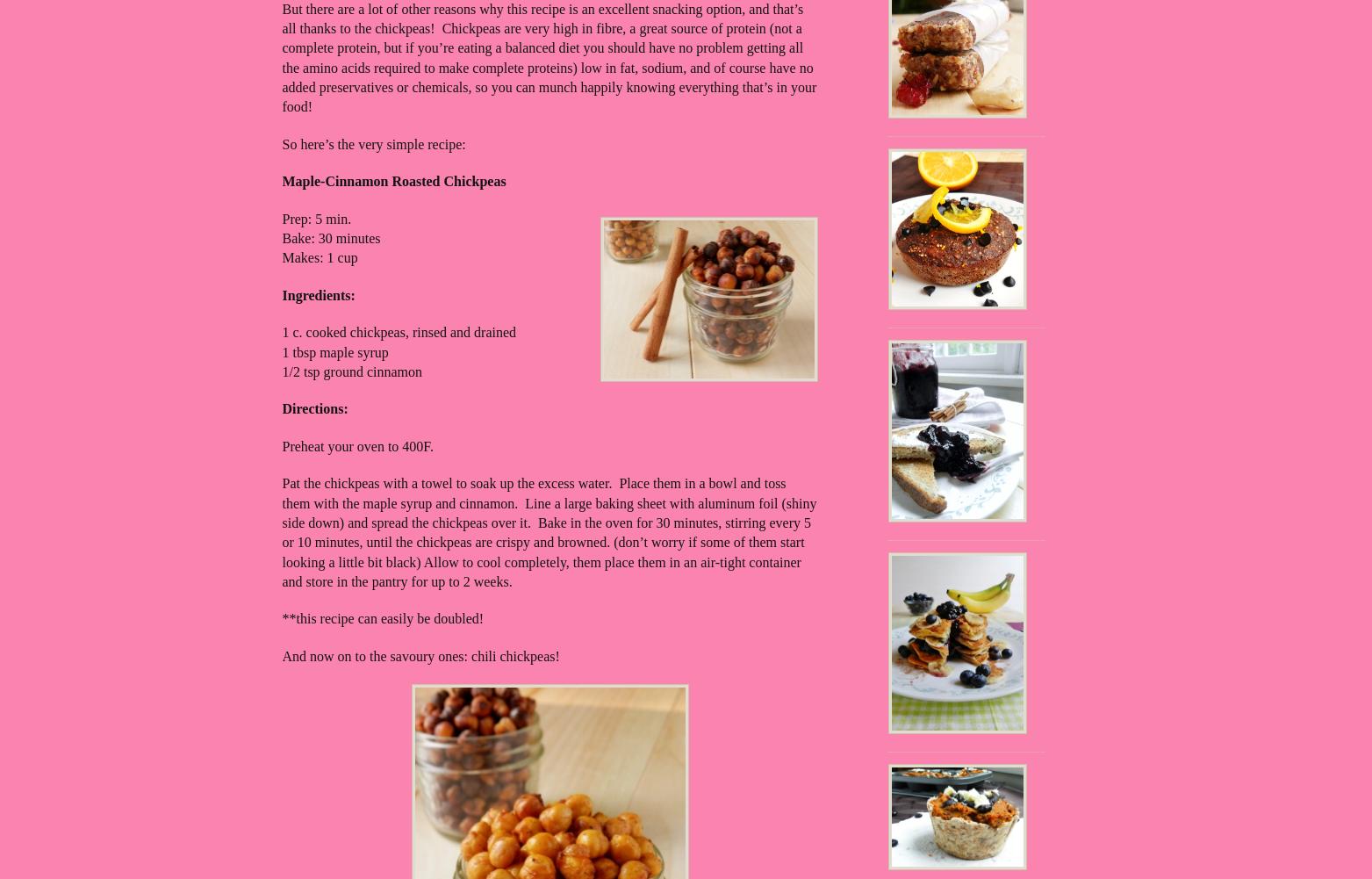  Describe the element at coordinates (373, 143) in the screenshot. I see `'So here’s the very simple recipe:'` at that location.